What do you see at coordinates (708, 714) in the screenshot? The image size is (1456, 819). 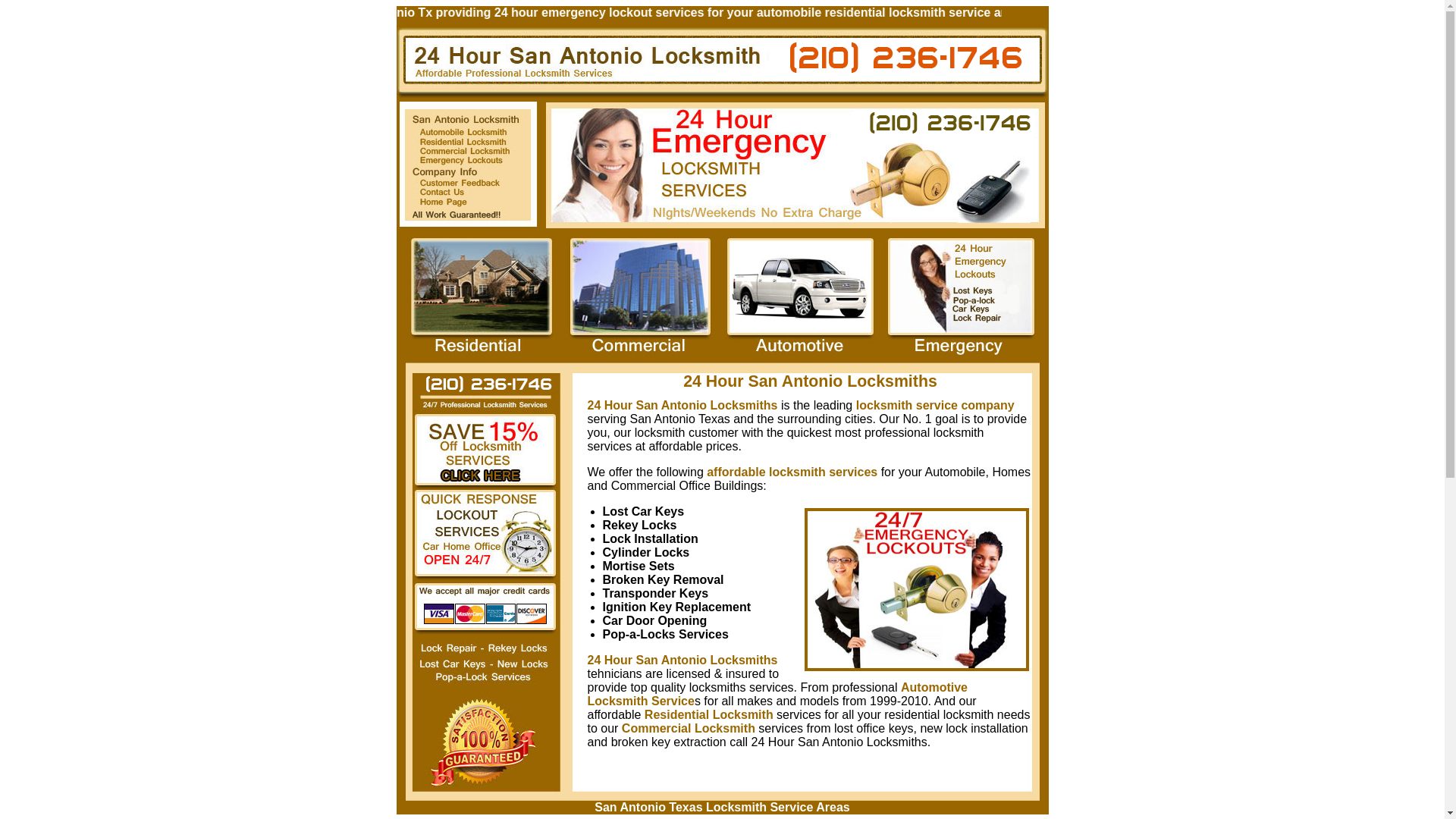 I see `'Residential Locksmith'` at bounding box center [708, 714].